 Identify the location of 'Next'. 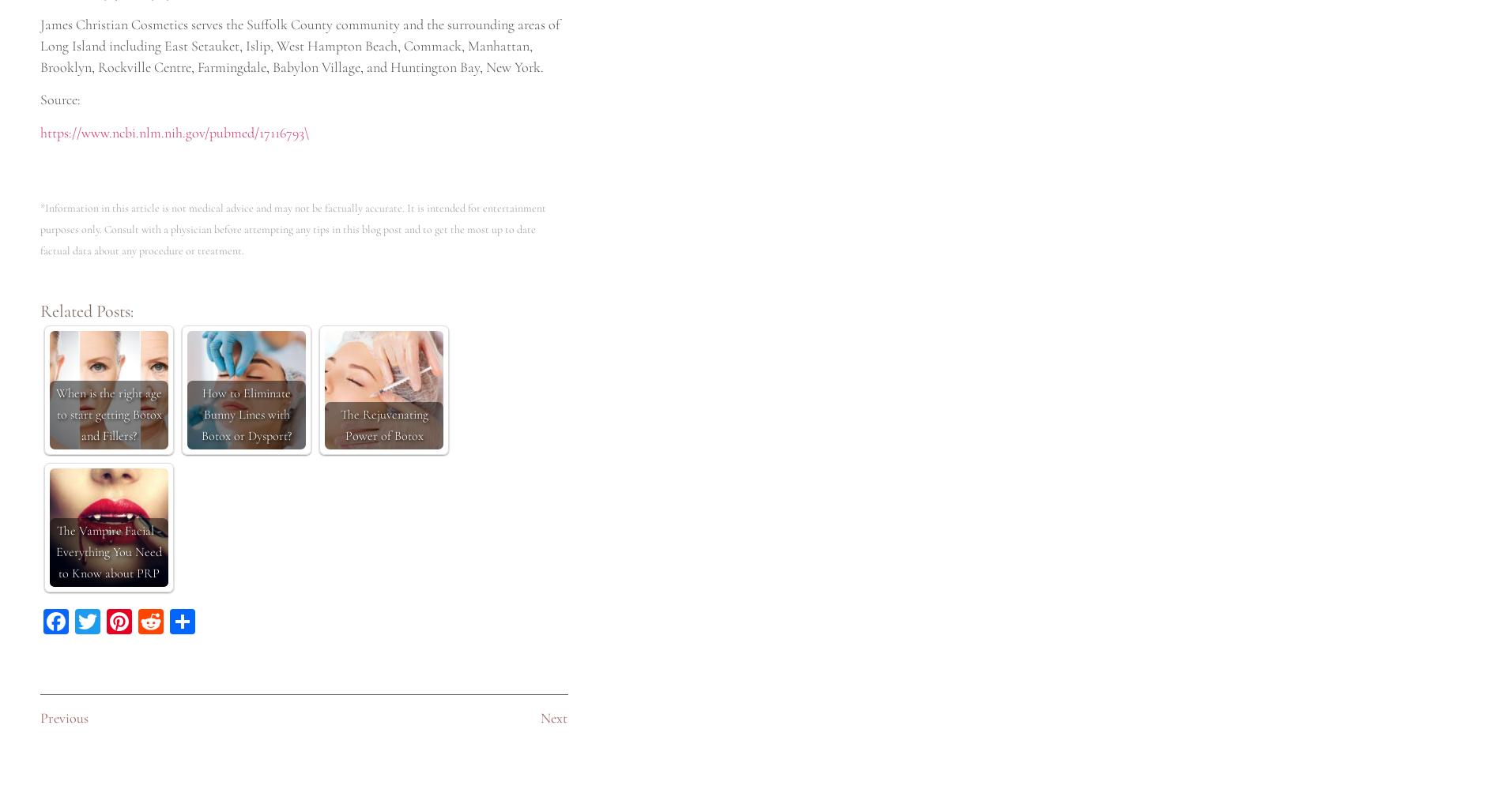
(552, 717).